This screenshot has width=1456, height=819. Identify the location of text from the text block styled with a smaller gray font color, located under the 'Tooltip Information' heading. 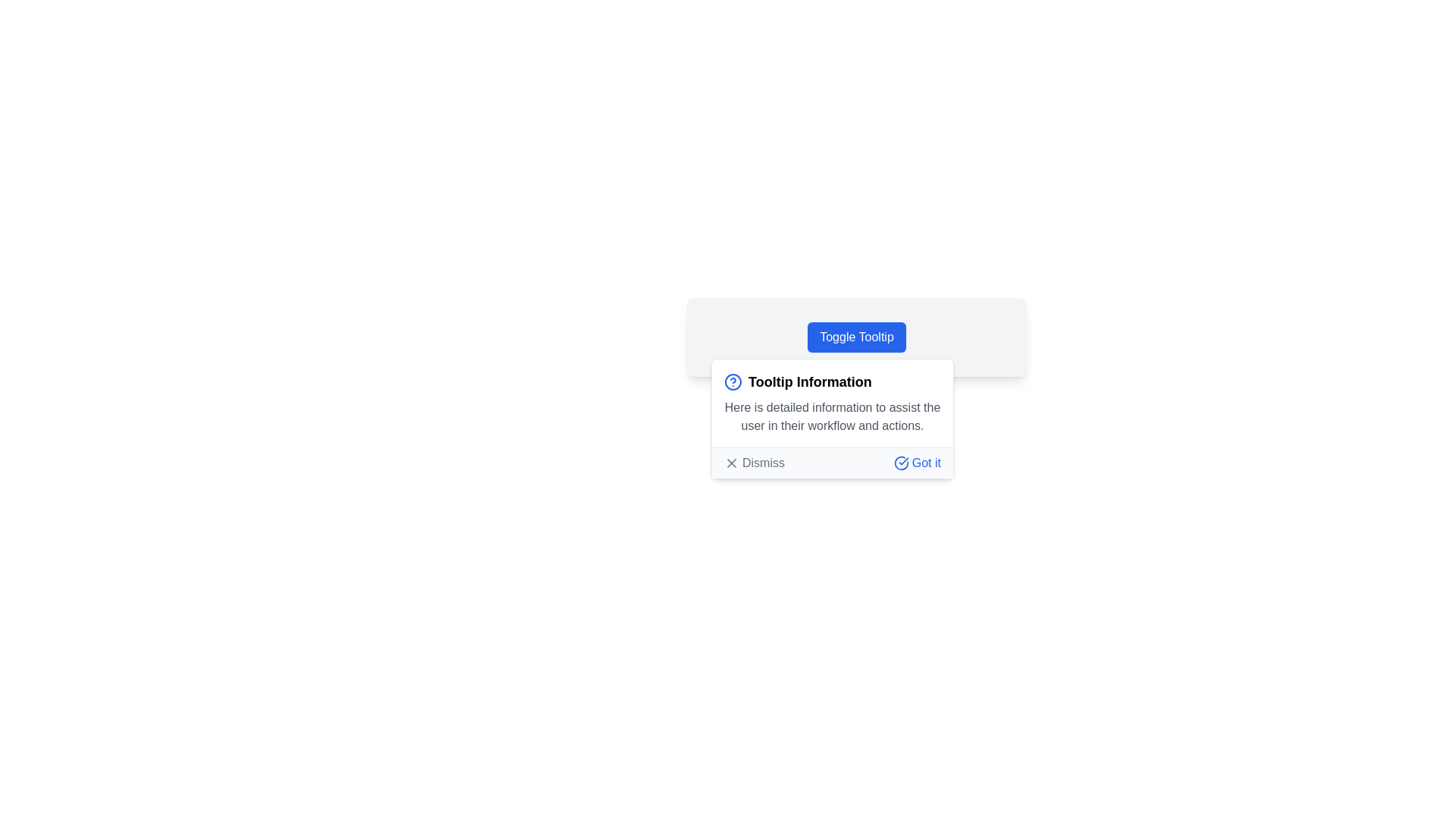
(832, 417).